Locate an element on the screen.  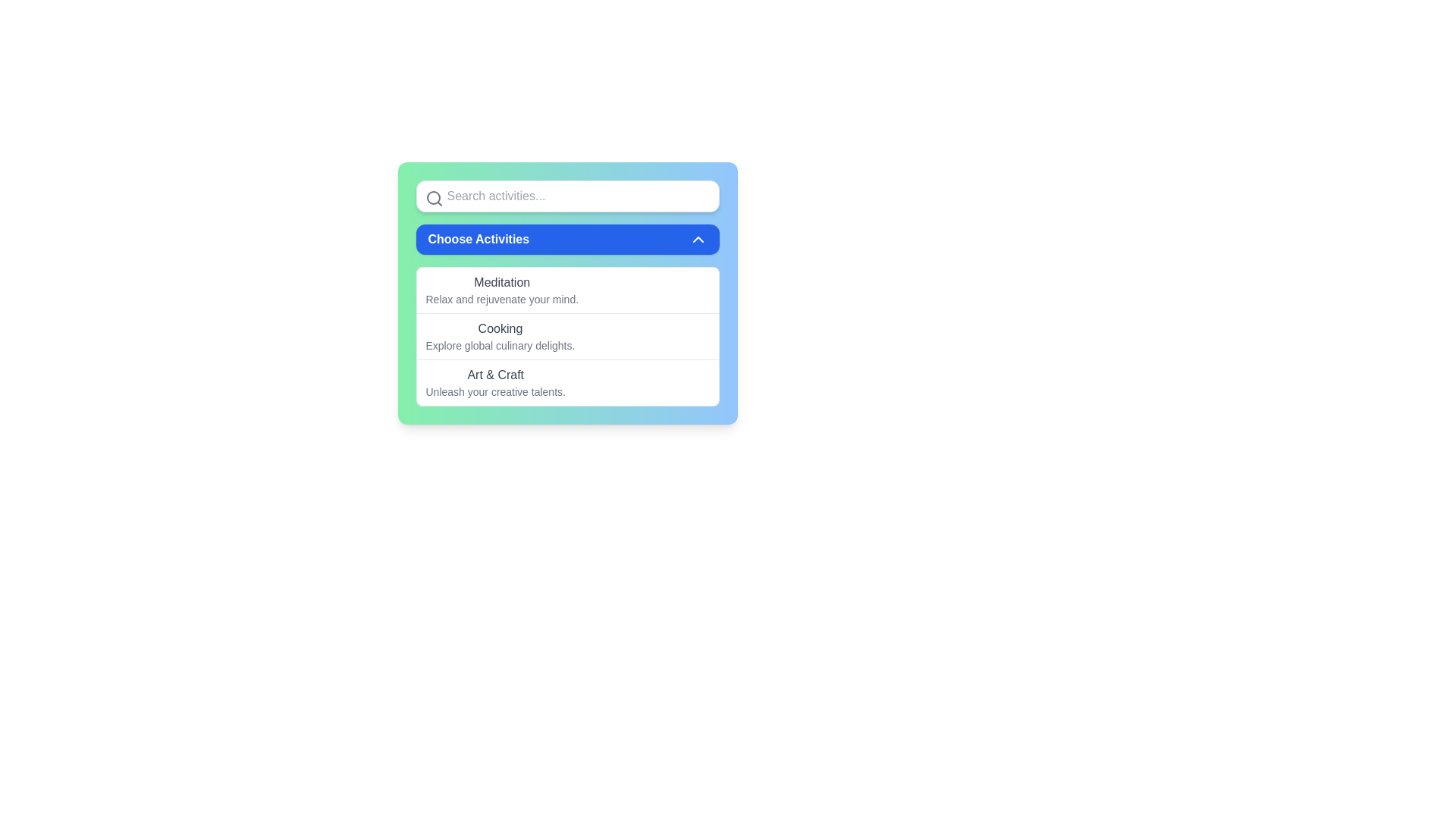
the second list item under the 'Choose Activities' heading, which contains the text 'Cooking' and the caption 'Explore global culinary delights.' is located at coordinates (500, 335).